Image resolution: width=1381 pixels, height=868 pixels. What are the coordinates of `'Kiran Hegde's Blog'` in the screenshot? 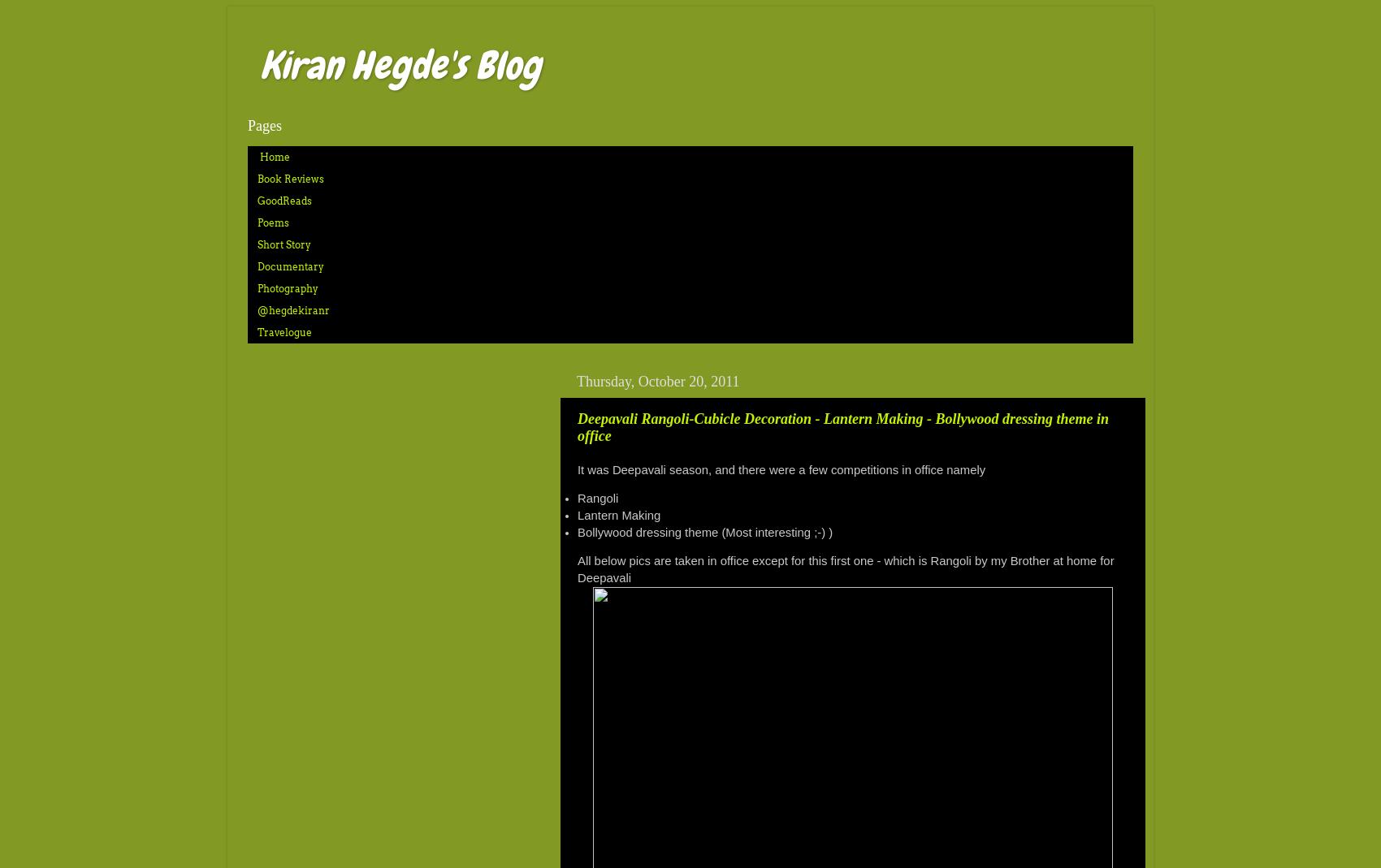 It's located at (400, 65).